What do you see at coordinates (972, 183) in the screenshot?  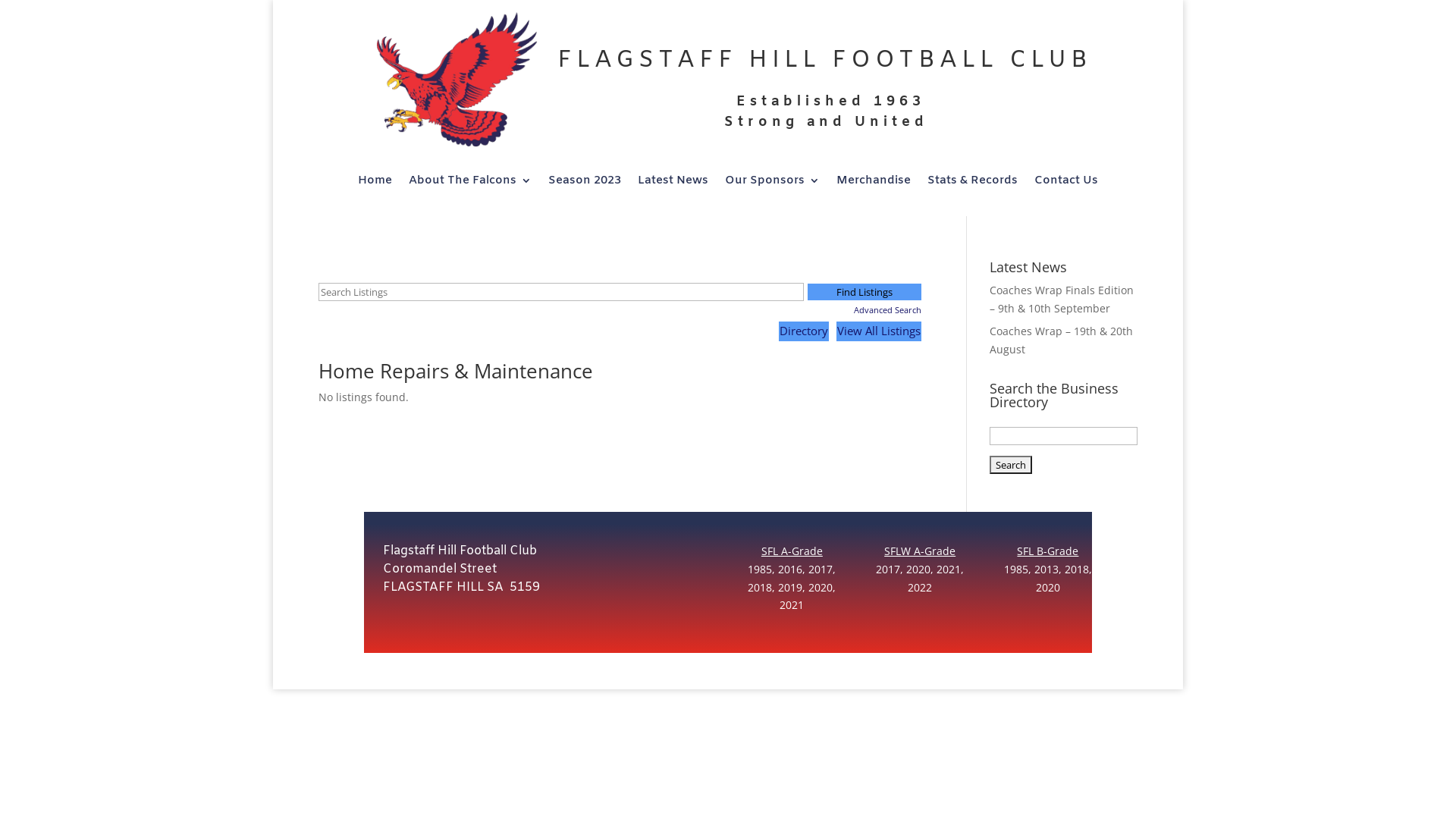 I see `'Stats & Records'` at bounding box center [972, 183].